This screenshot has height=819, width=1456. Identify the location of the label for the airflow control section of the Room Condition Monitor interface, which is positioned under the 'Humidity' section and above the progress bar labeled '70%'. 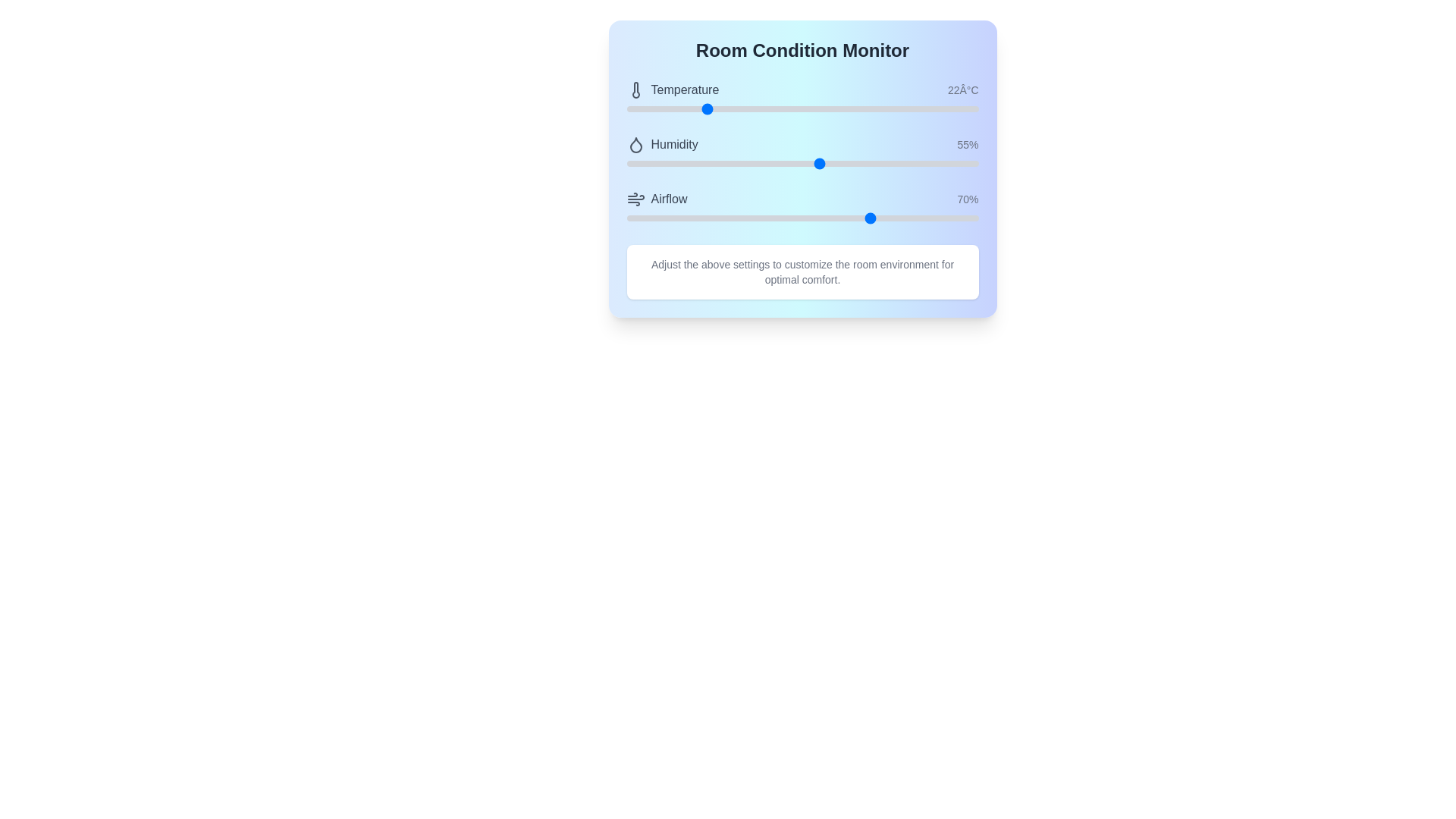
(657, 198).